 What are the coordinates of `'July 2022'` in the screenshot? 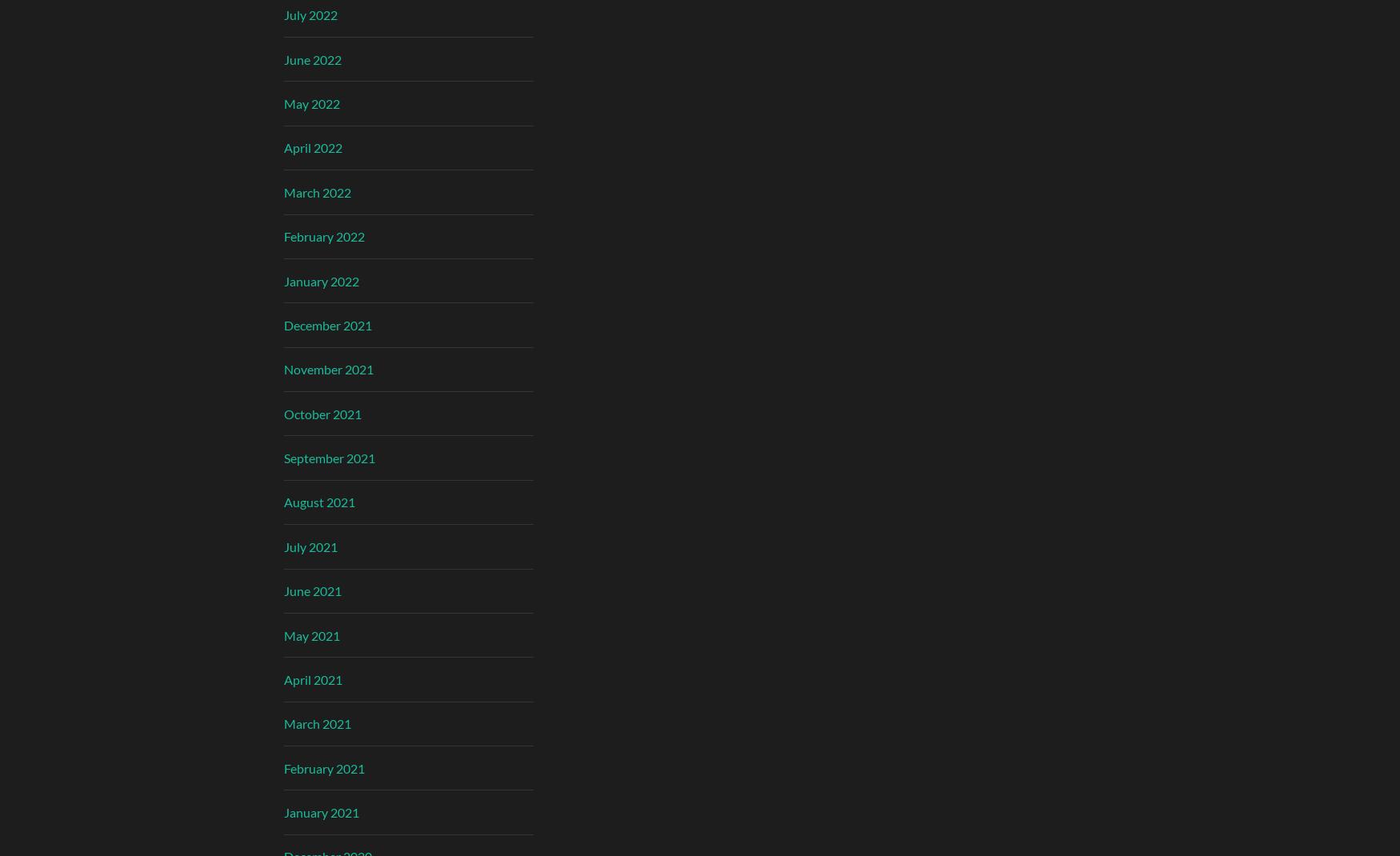 It's located at (310, 14).